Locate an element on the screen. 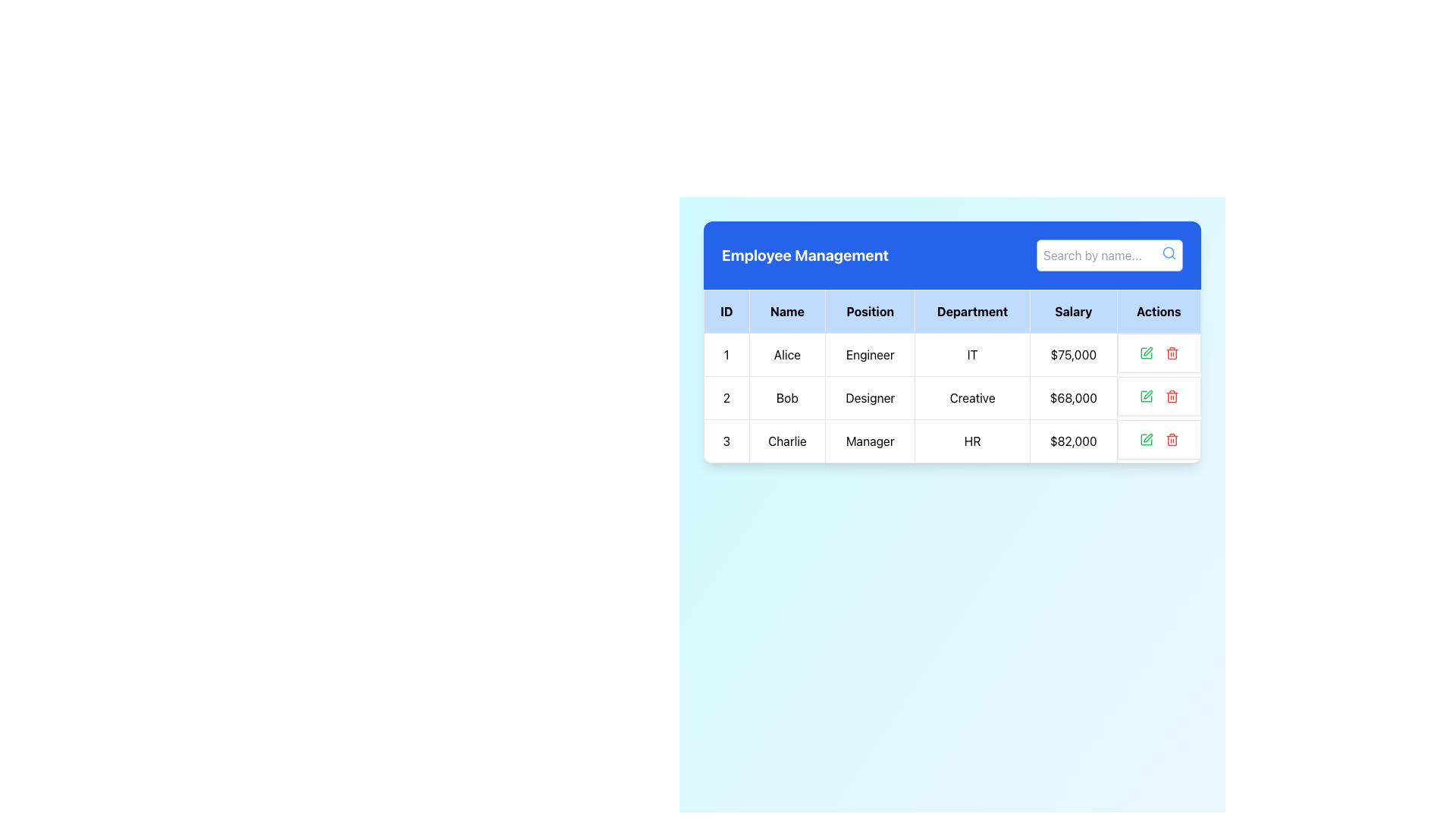 This screenshot has width=1456, height=819. the table header cell labeled 'Salary', which is styled with a light blue background and bold black text, located between the 'Department' and 'Actions' headers in the Employee Management table is located at coordinates (1072, 311).